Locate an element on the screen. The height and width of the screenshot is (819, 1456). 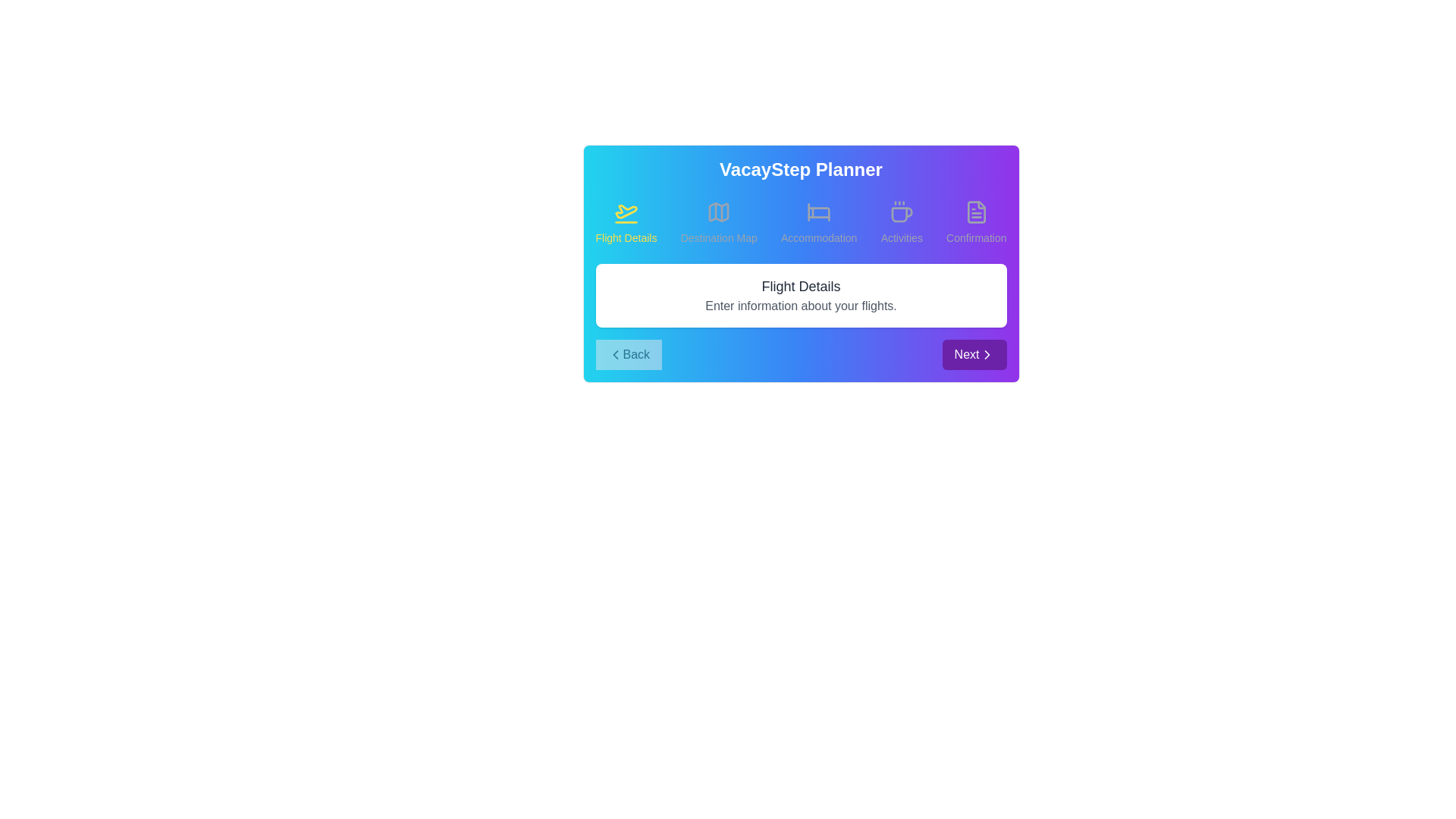
the step Confirmation by clicking its title or icon is located at coordinates (975, 222).